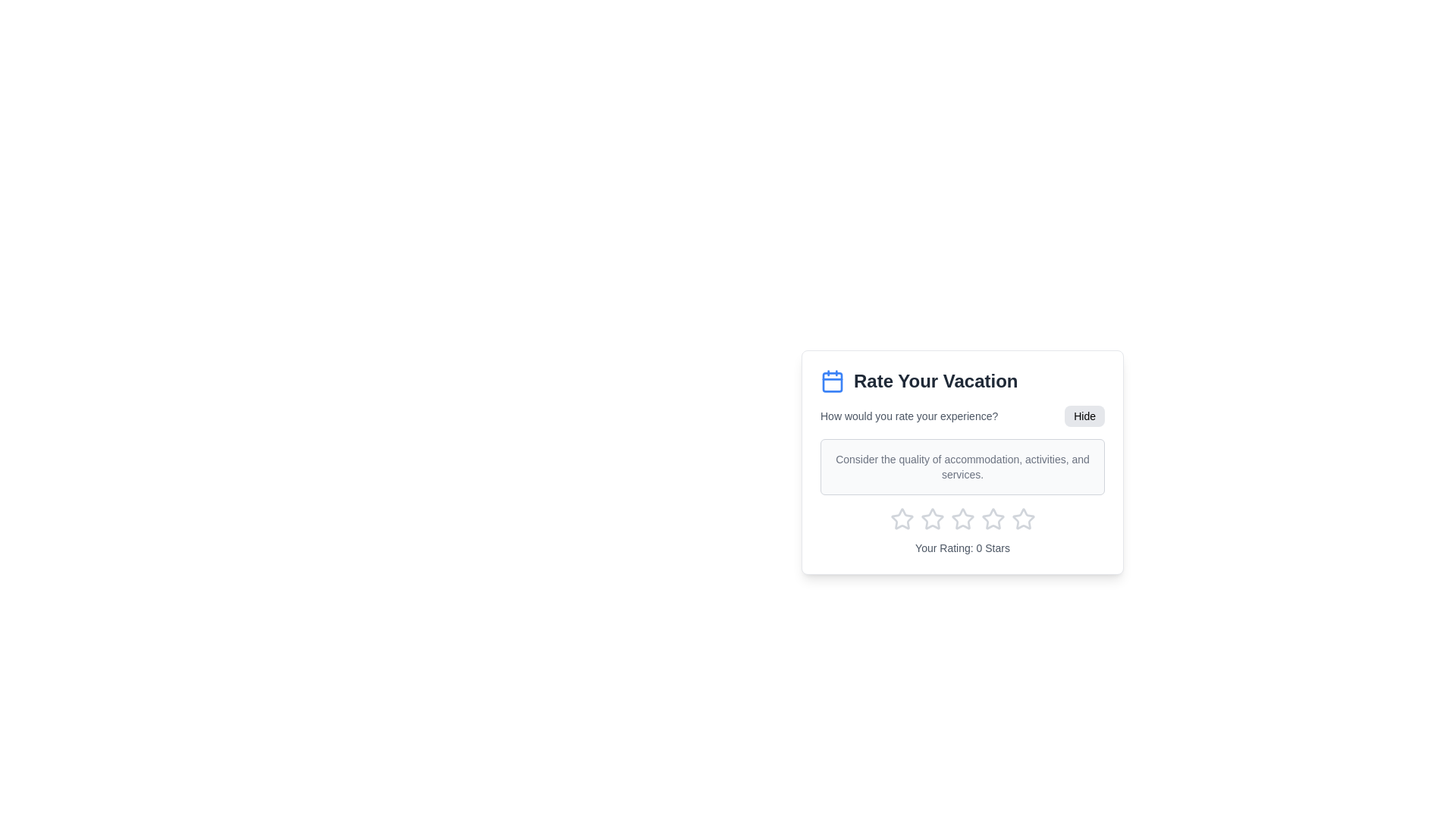 The image size is (1456, 819). What do you see at coordinates (993, 518) in the screenshot?
I see `the third star in the 5-star rating system to improve accessibility` at bounding box center [993, 518].